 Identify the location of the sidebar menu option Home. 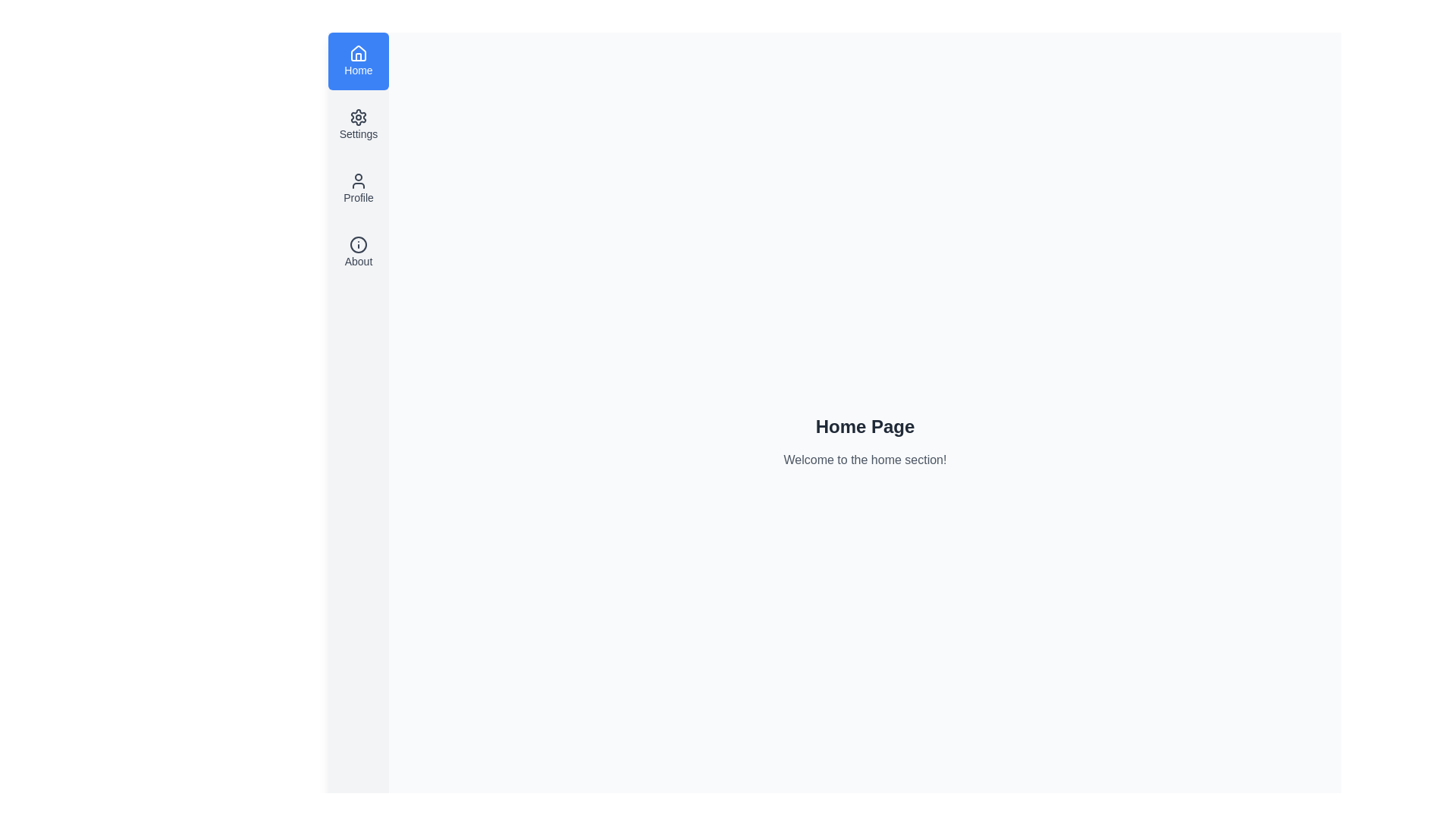
(358, 61).